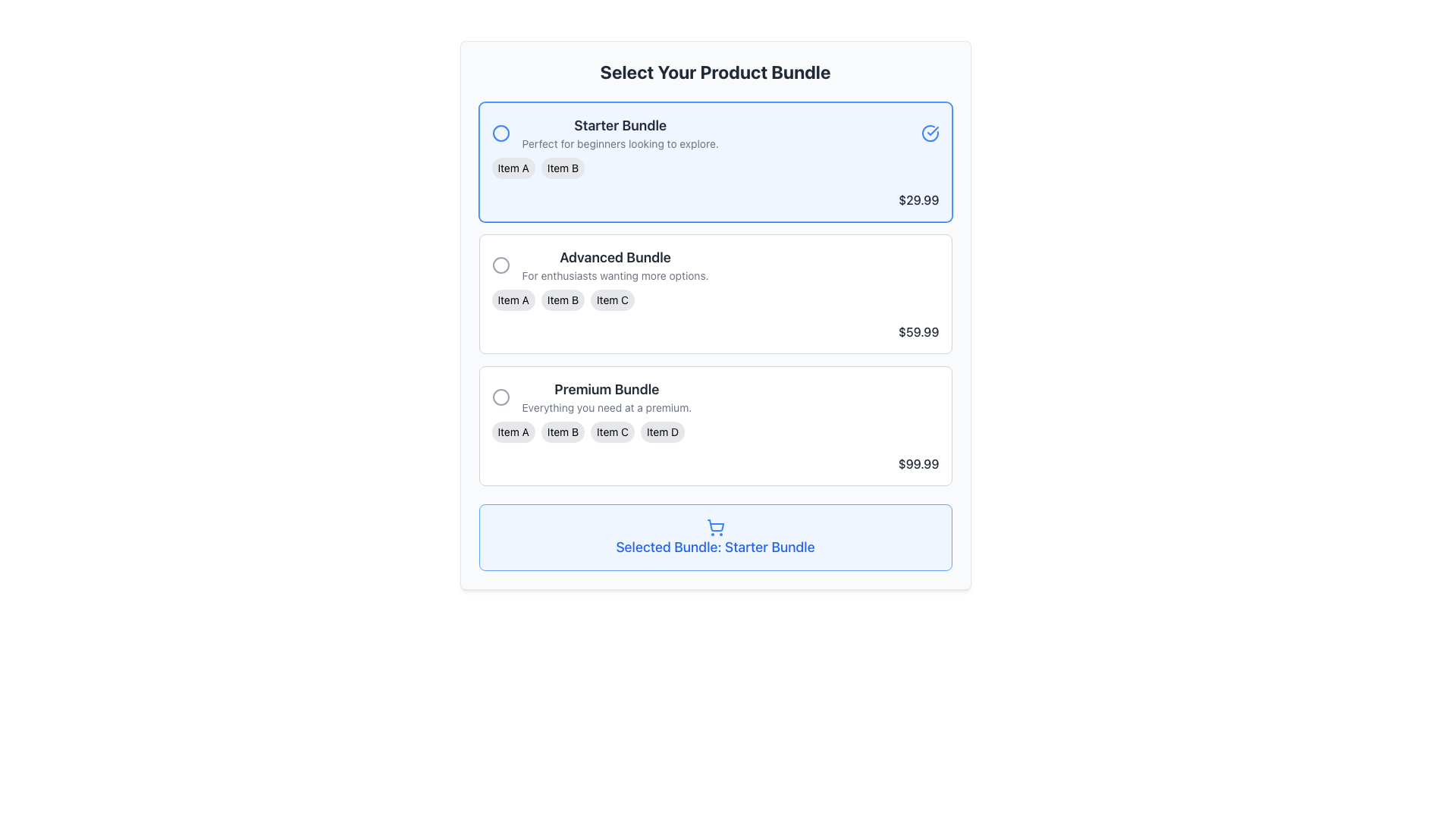  What do you see at coordinates (714, 426) in the screenshot?
I see `the radio button for the 'Premium Bundle' option, which is the third item in the vertical list of selectable bundles, positioned below the 'Advanced Bundle' and above the cart summary` at bounding box center [714, 426].